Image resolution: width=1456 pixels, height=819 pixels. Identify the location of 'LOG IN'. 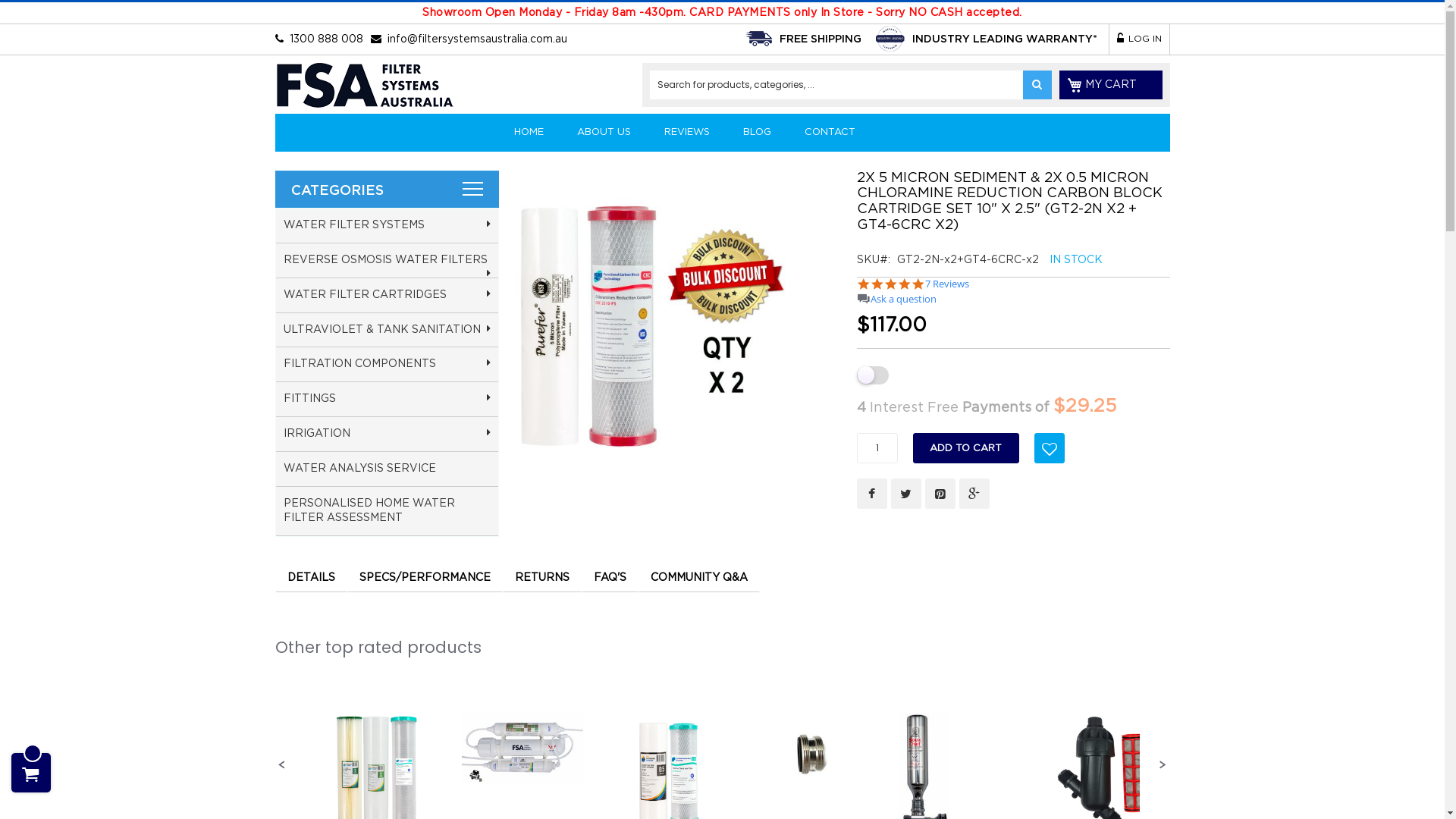
(1139, 38).